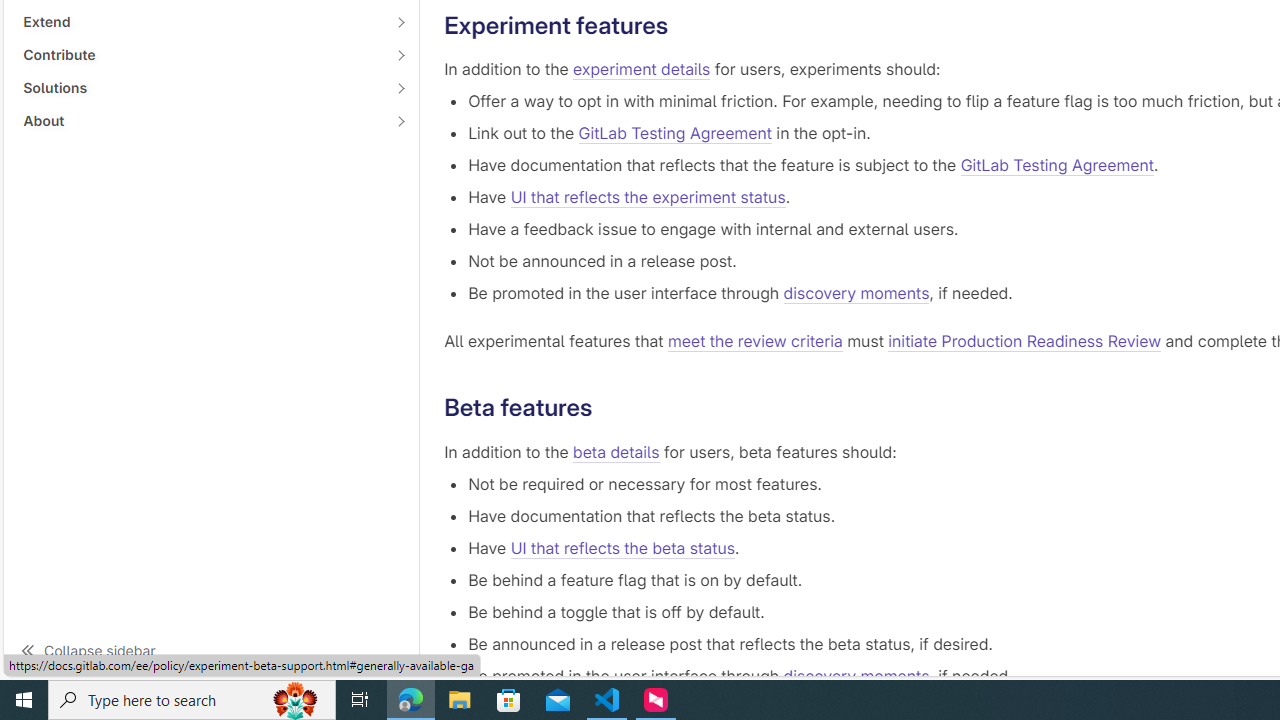  Describe the element at coordinates (200, 21) in the screenshot. I see `'Extend'` at that location.